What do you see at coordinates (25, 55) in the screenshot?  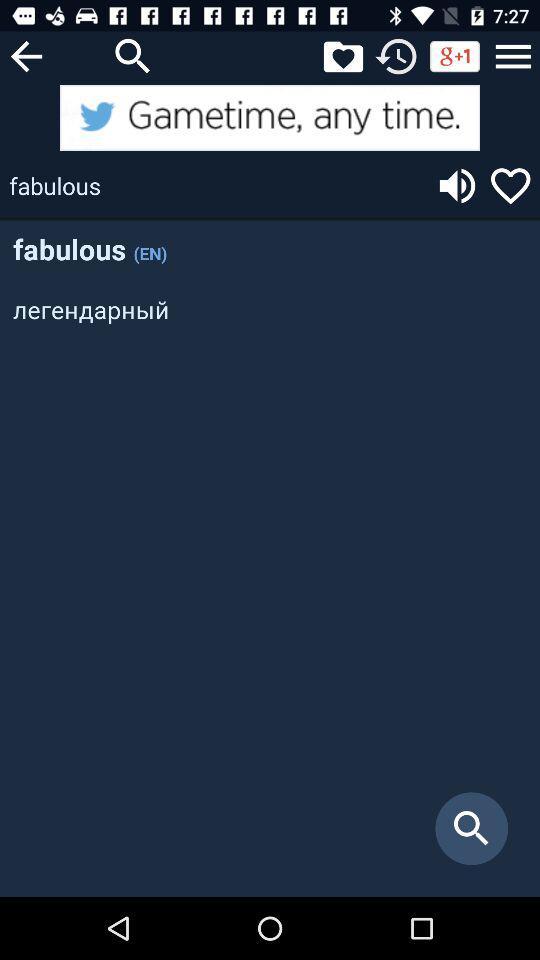 I see `the arrow_backward icon` at bounding box center [25, 55].